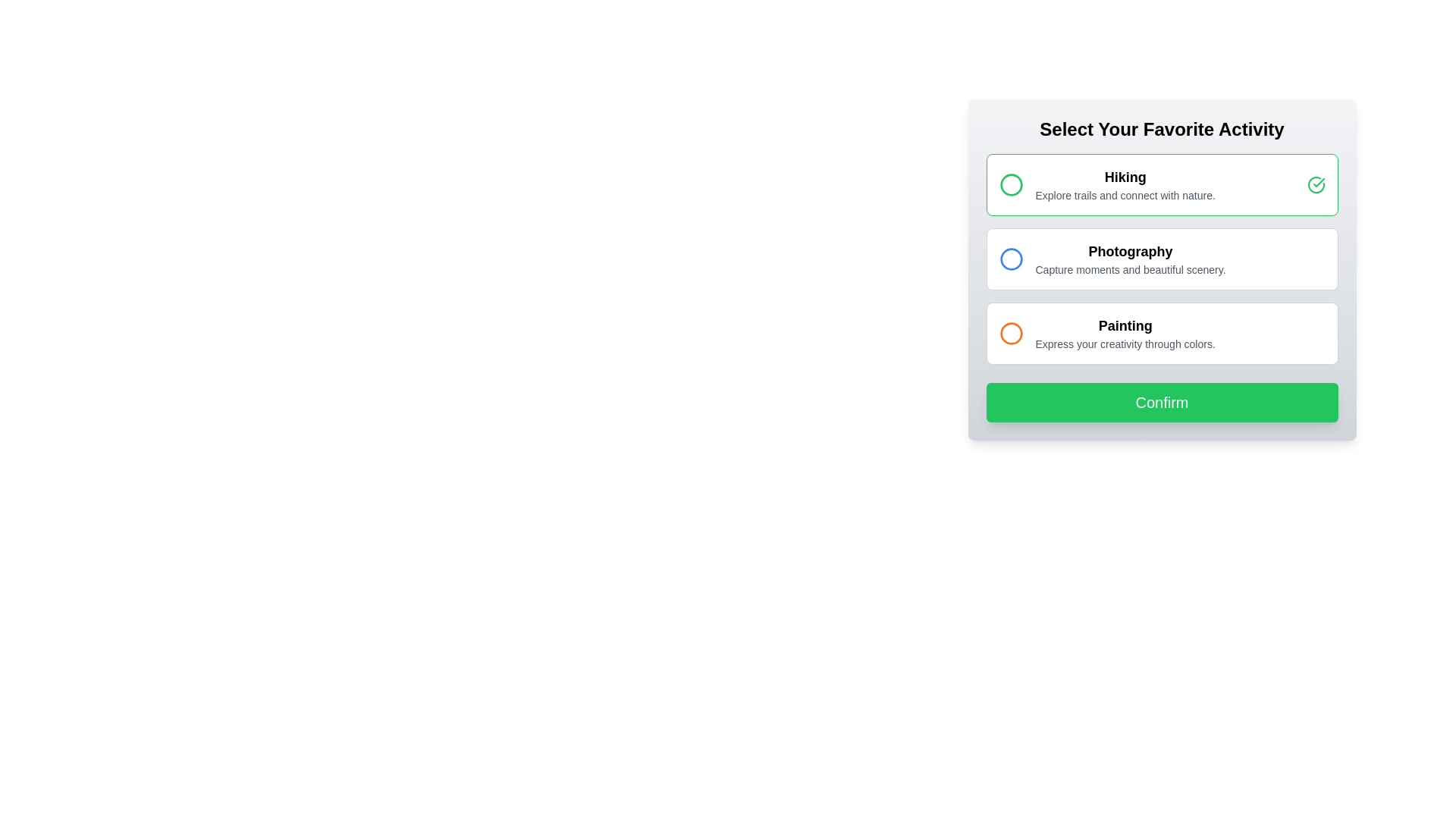  I want to click on the text label displaying 'Hiking' which is a large and bold heading in the upper section of the activity list, so click(1125, 177).